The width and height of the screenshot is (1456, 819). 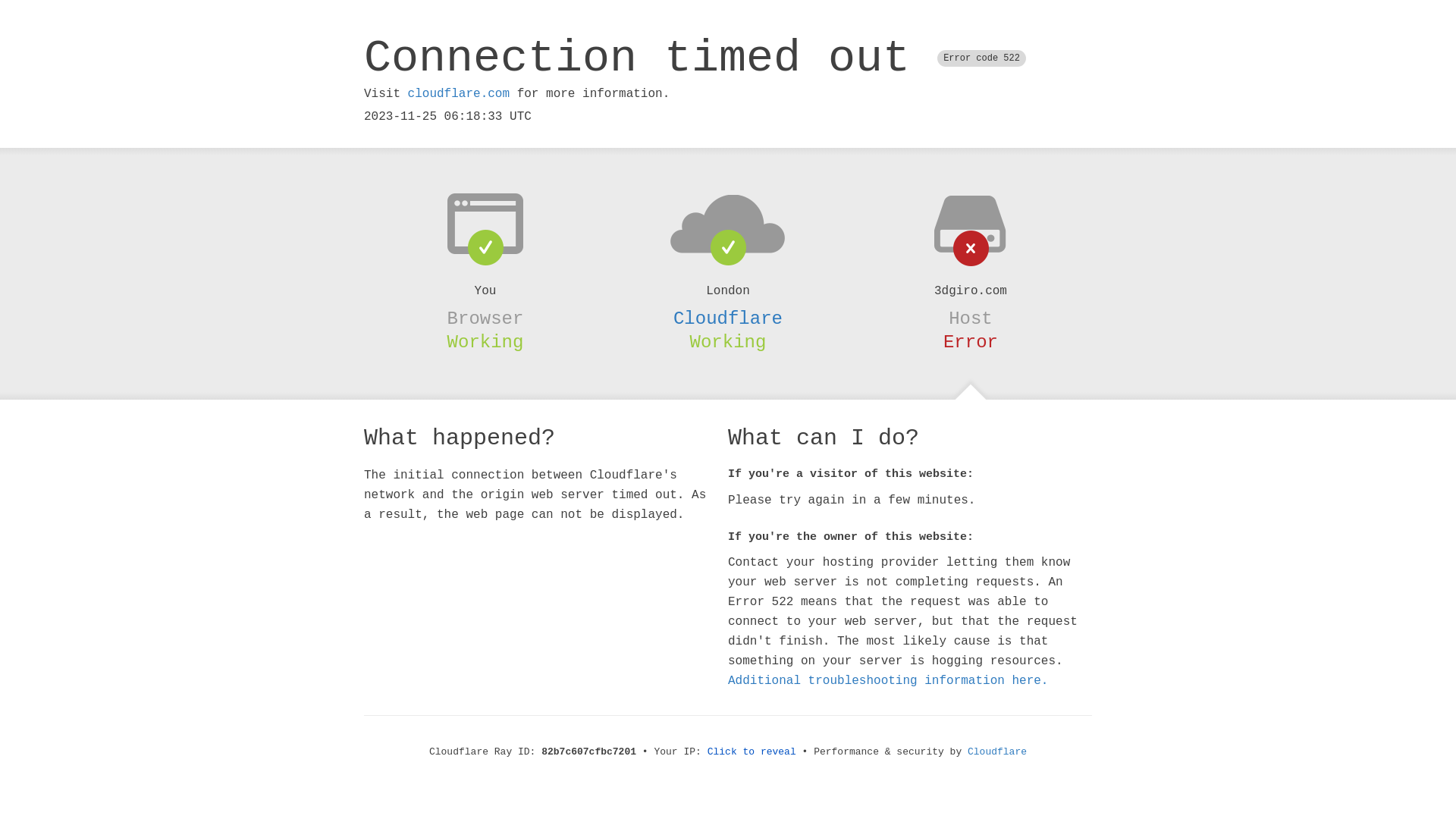 What do you see at coordinates (706, 752) in the screenshot?
I see `'Click to reveal'` at bounding box center [706, 752].